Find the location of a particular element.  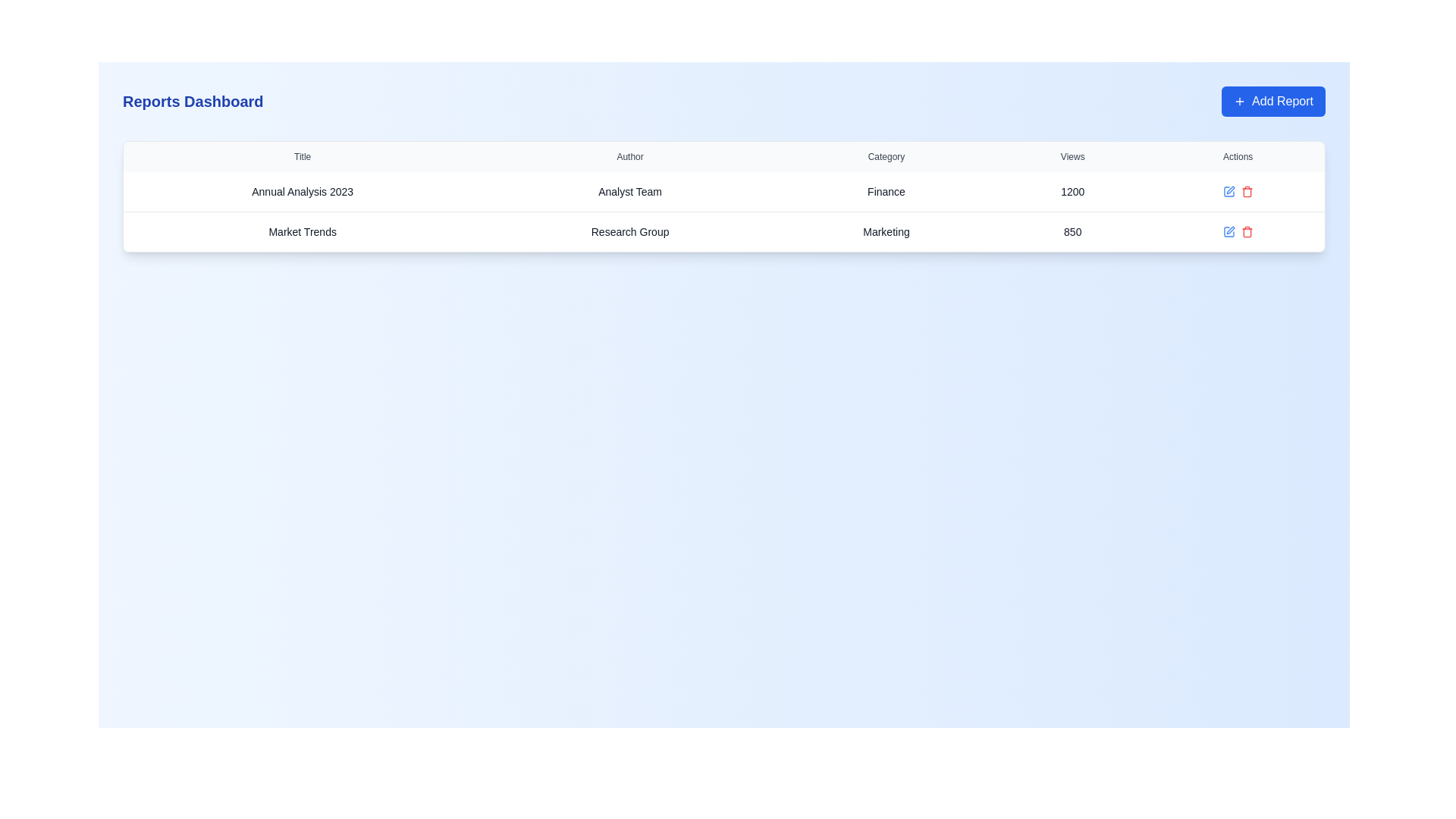

the 'Actions' text label, which is the rightmost header in a row of column headers at the top of a table is located at coordinates (1238, 157).